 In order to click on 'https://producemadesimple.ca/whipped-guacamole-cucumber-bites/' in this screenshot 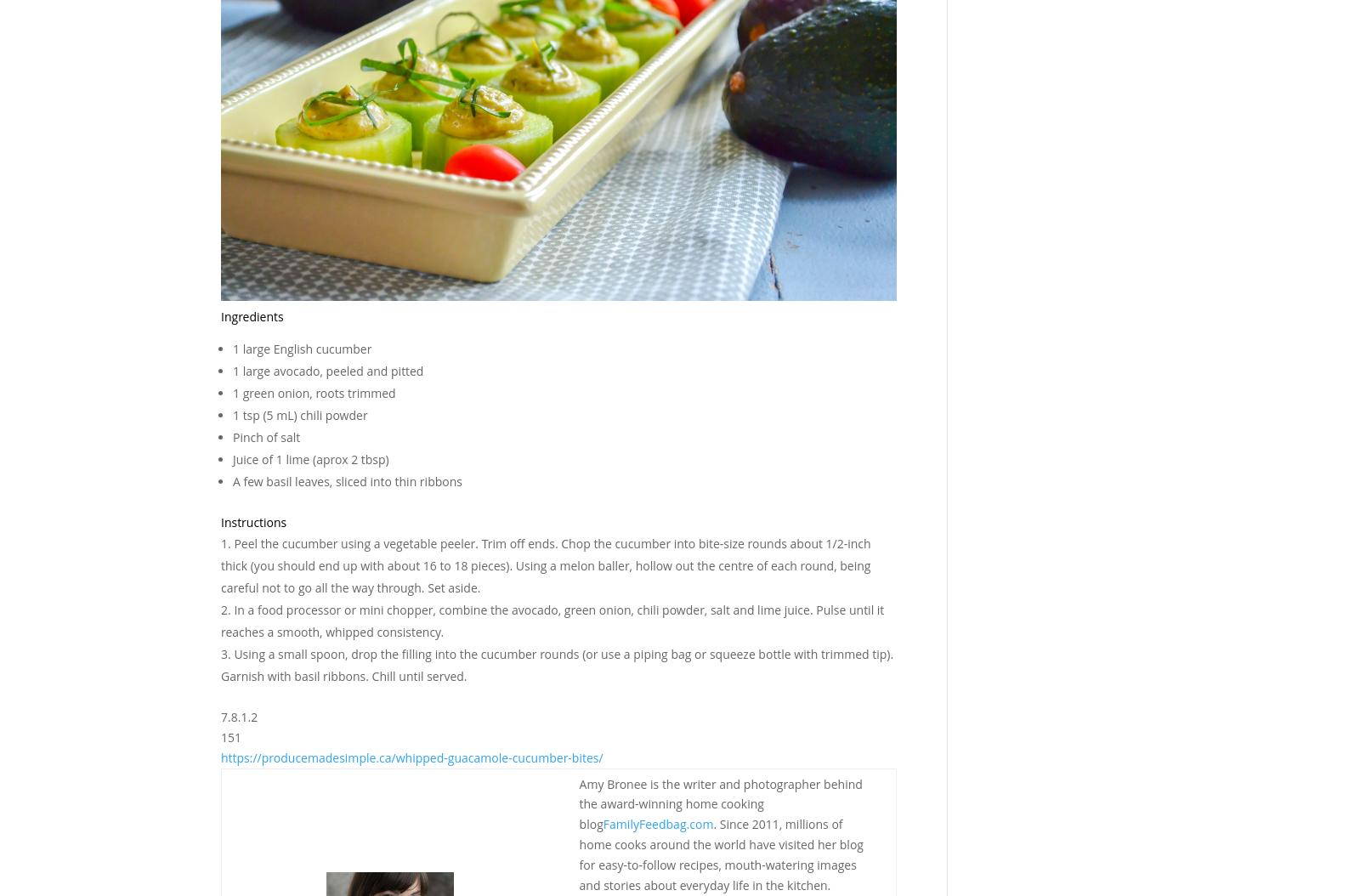, I will do `click(411, 757)`.